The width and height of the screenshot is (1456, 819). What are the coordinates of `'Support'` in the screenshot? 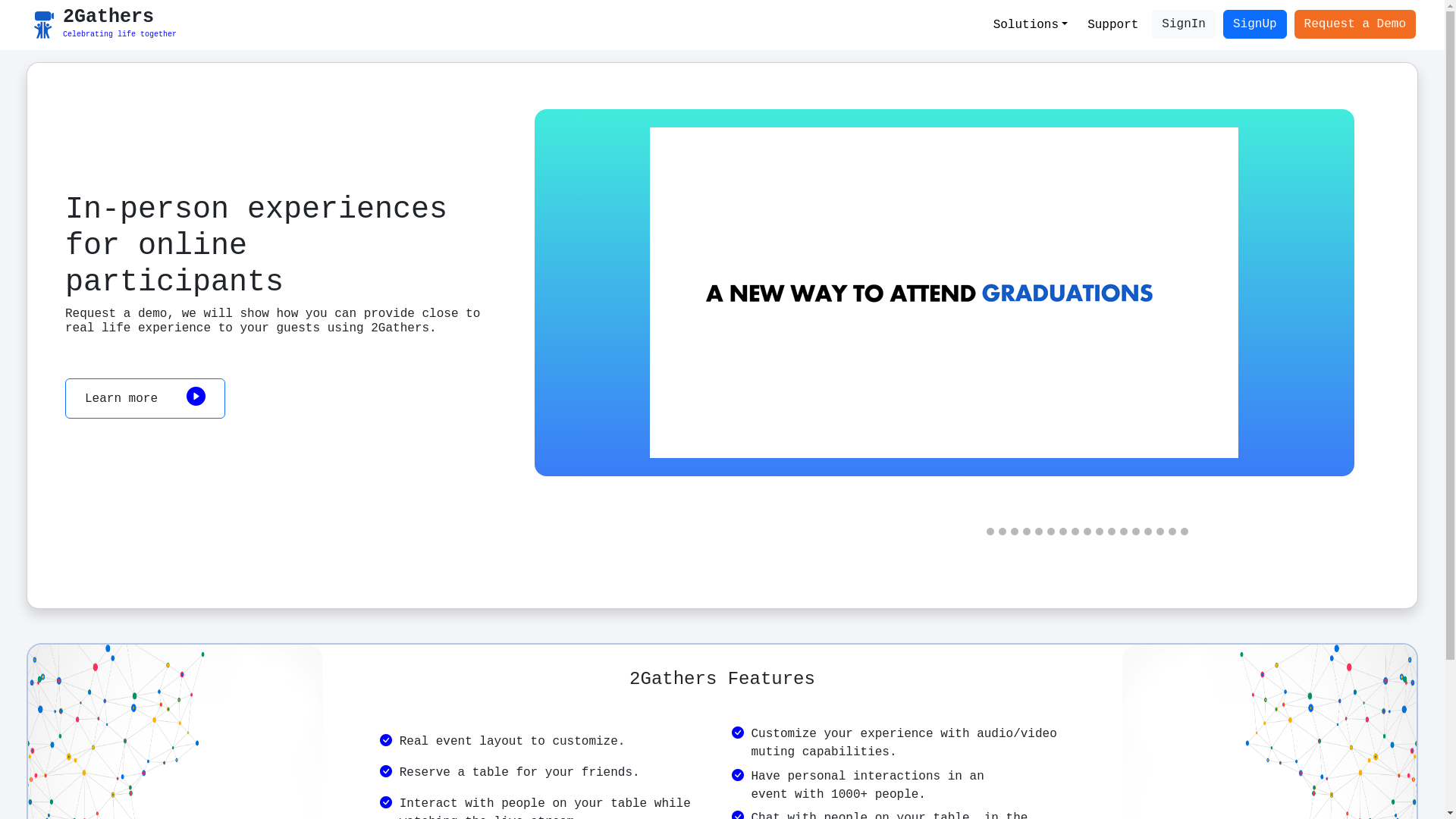 It's located at (1112, 25).